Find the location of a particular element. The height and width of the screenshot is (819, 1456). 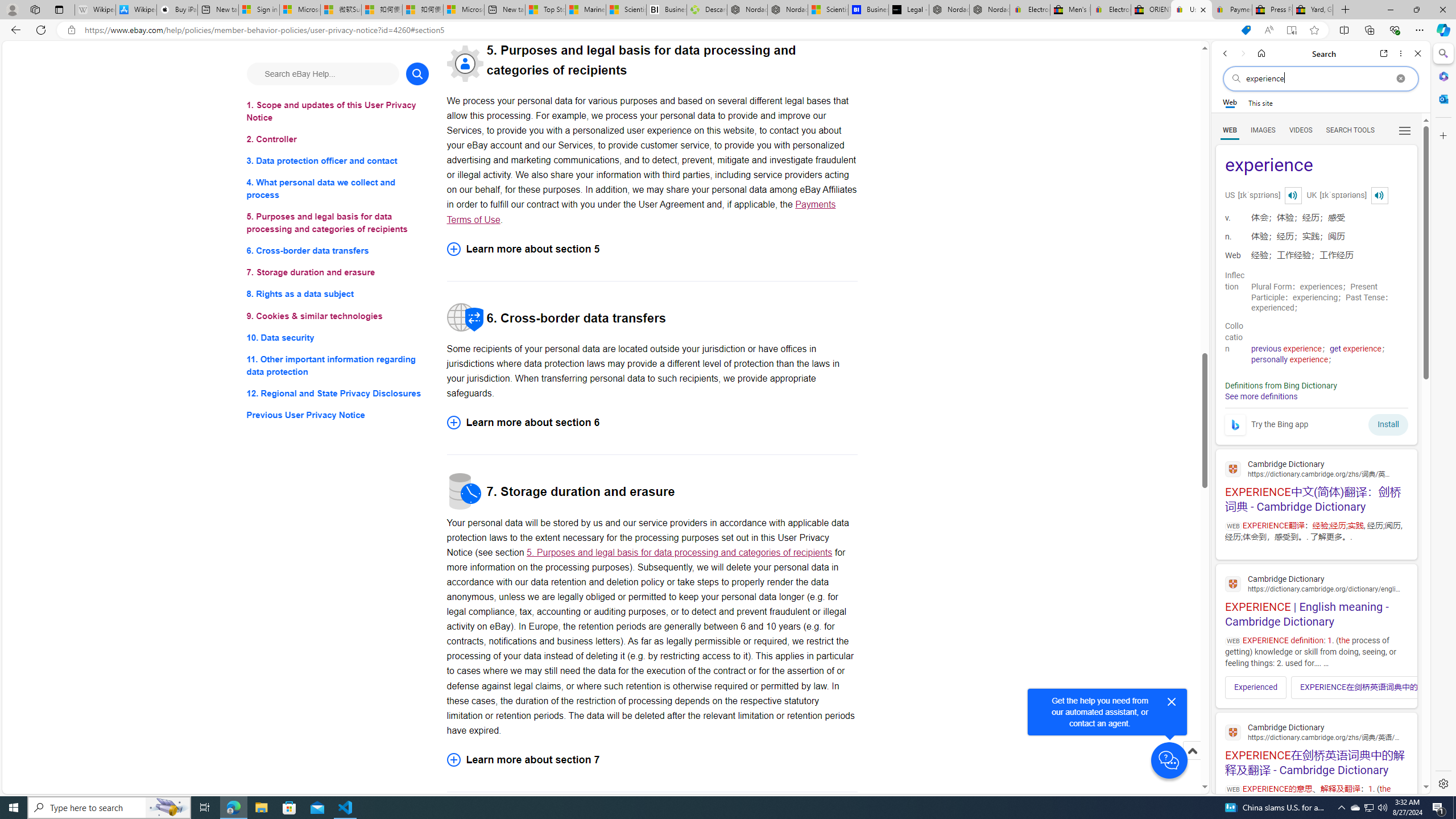

'11. Other important information regarding data protection' is located at coordinates (337, 365).